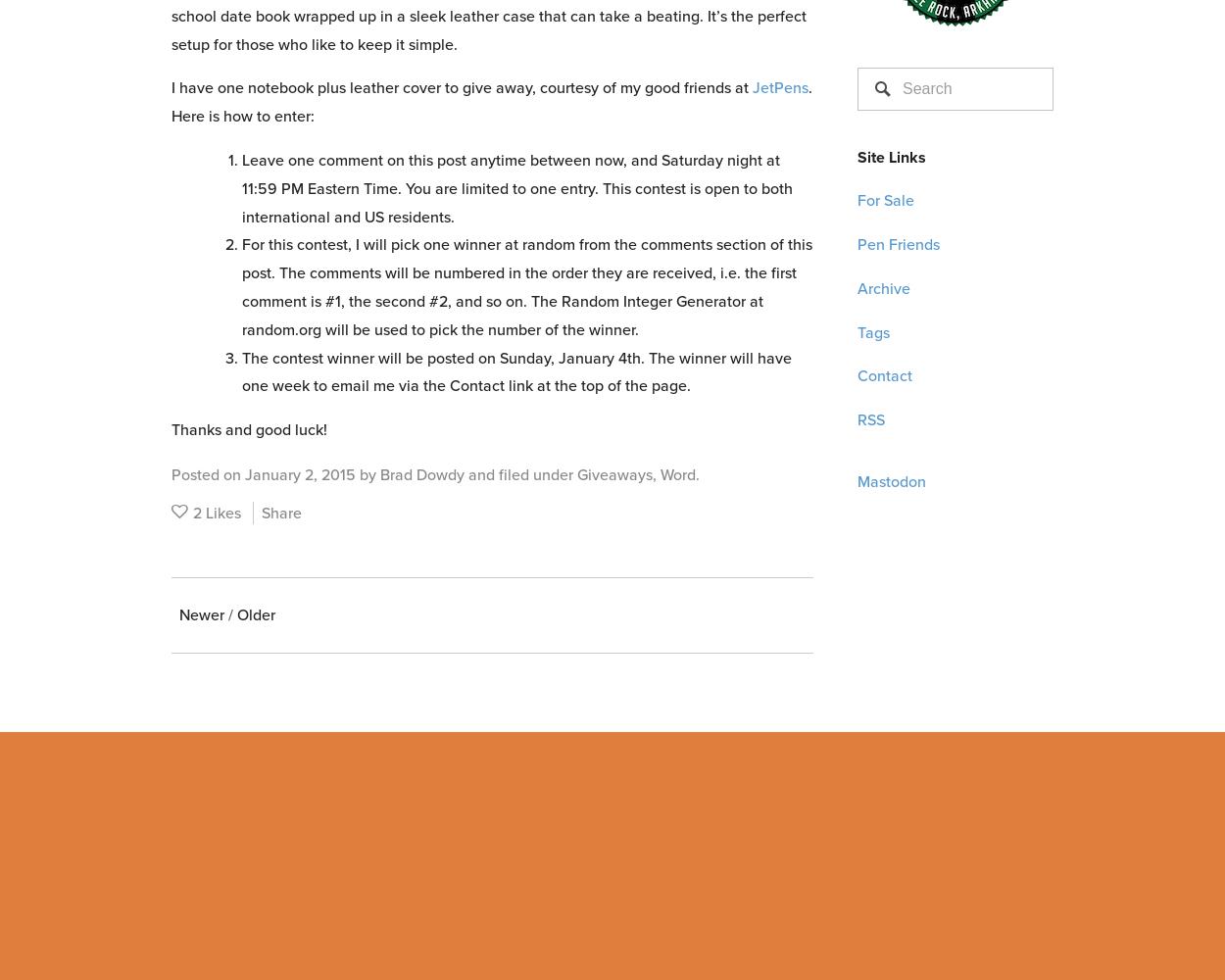 The width and height of the screenshot is (1225, 980). Describe the element at coordinates (780, 86) in the screenshot. I see `'JetPens'` at that location.